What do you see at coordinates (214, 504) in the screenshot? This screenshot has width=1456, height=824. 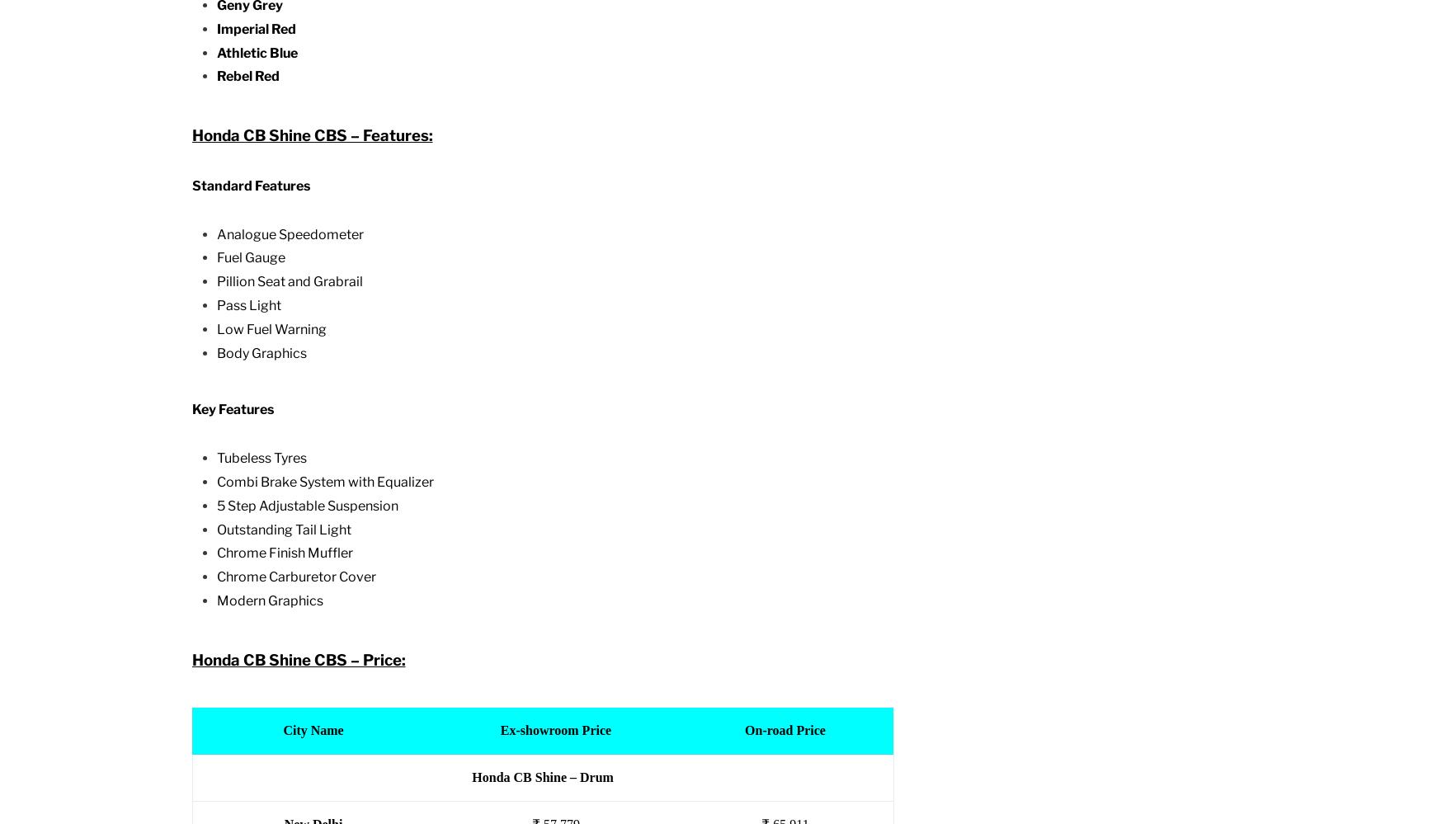 I see `'5 Step Adjustable Suspension'` at bounding box center [214, 504].